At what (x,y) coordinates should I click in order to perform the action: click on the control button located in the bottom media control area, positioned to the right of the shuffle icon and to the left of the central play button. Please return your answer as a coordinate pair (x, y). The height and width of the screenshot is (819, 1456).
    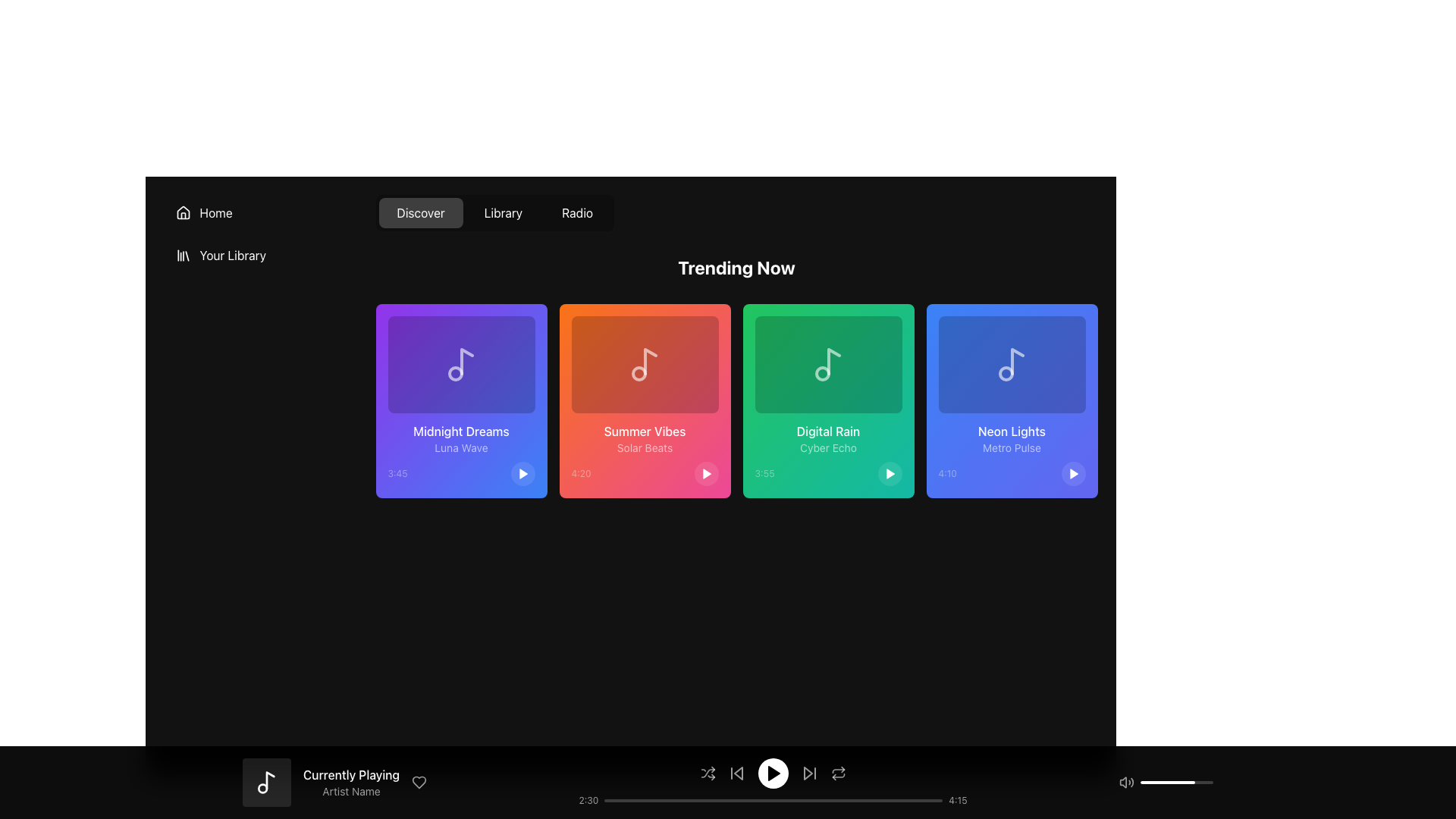
    Looking at the image, I should click on (736, 773).